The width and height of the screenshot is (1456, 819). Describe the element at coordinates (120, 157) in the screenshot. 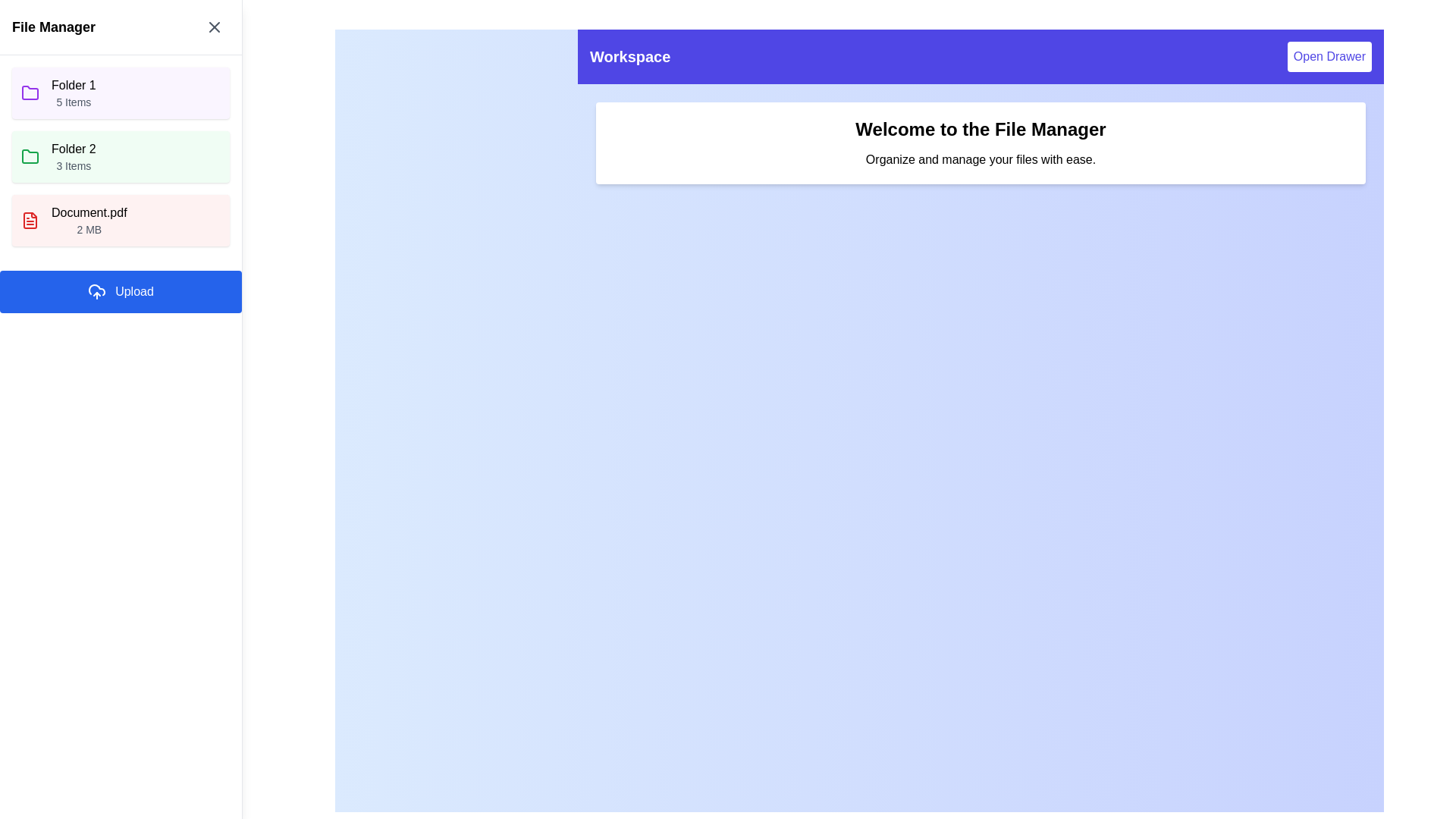

I see `the 'Folder 2' information block in the file manager application` at that location.